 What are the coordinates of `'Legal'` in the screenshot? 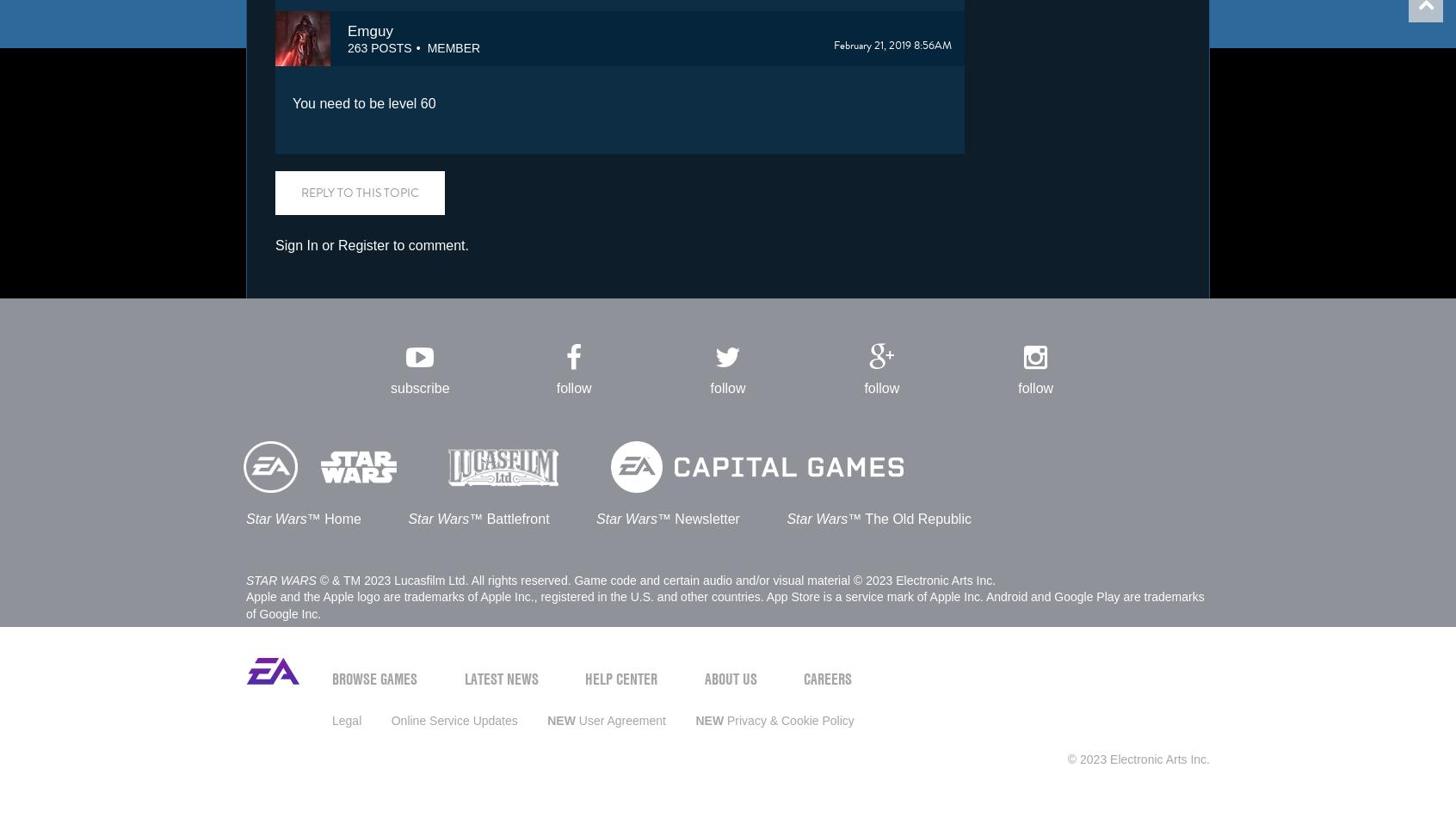 It's located at (331, 719).